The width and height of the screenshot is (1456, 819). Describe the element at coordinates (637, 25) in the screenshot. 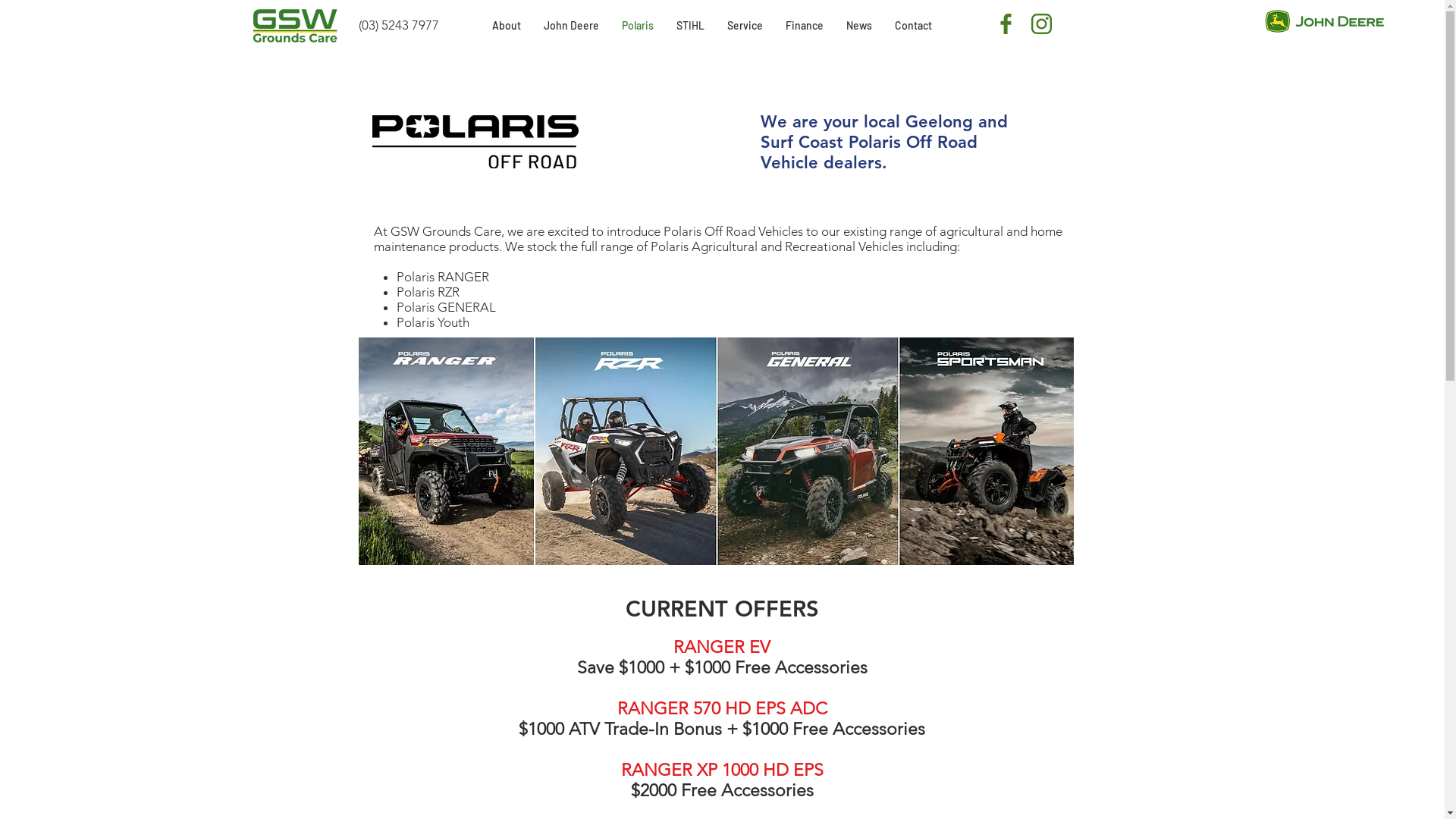

I see `'Polaris'` at that location.